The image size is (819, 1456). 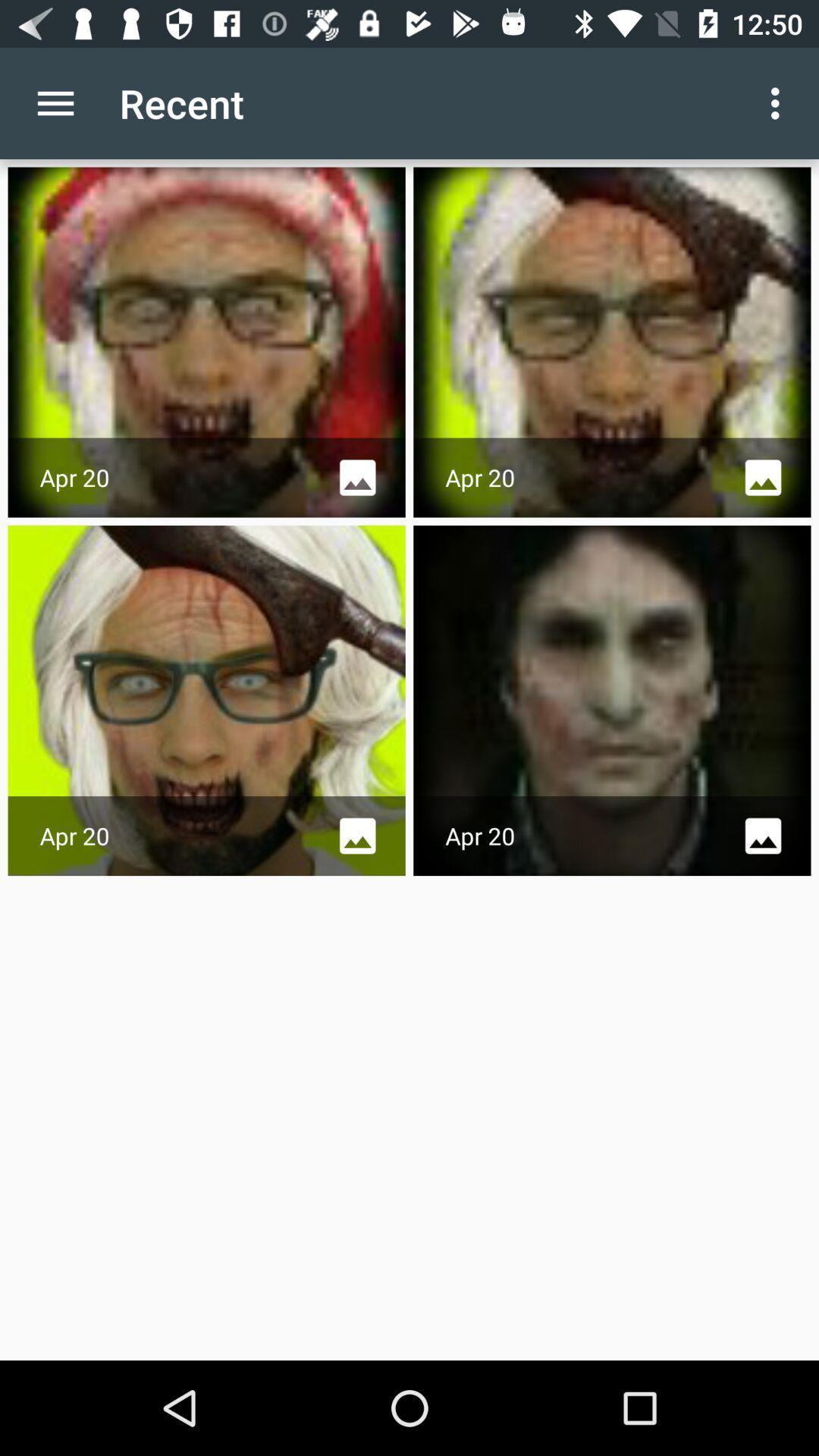 I want to click on the first image which is located at left corner, so click(x=207, y=341).